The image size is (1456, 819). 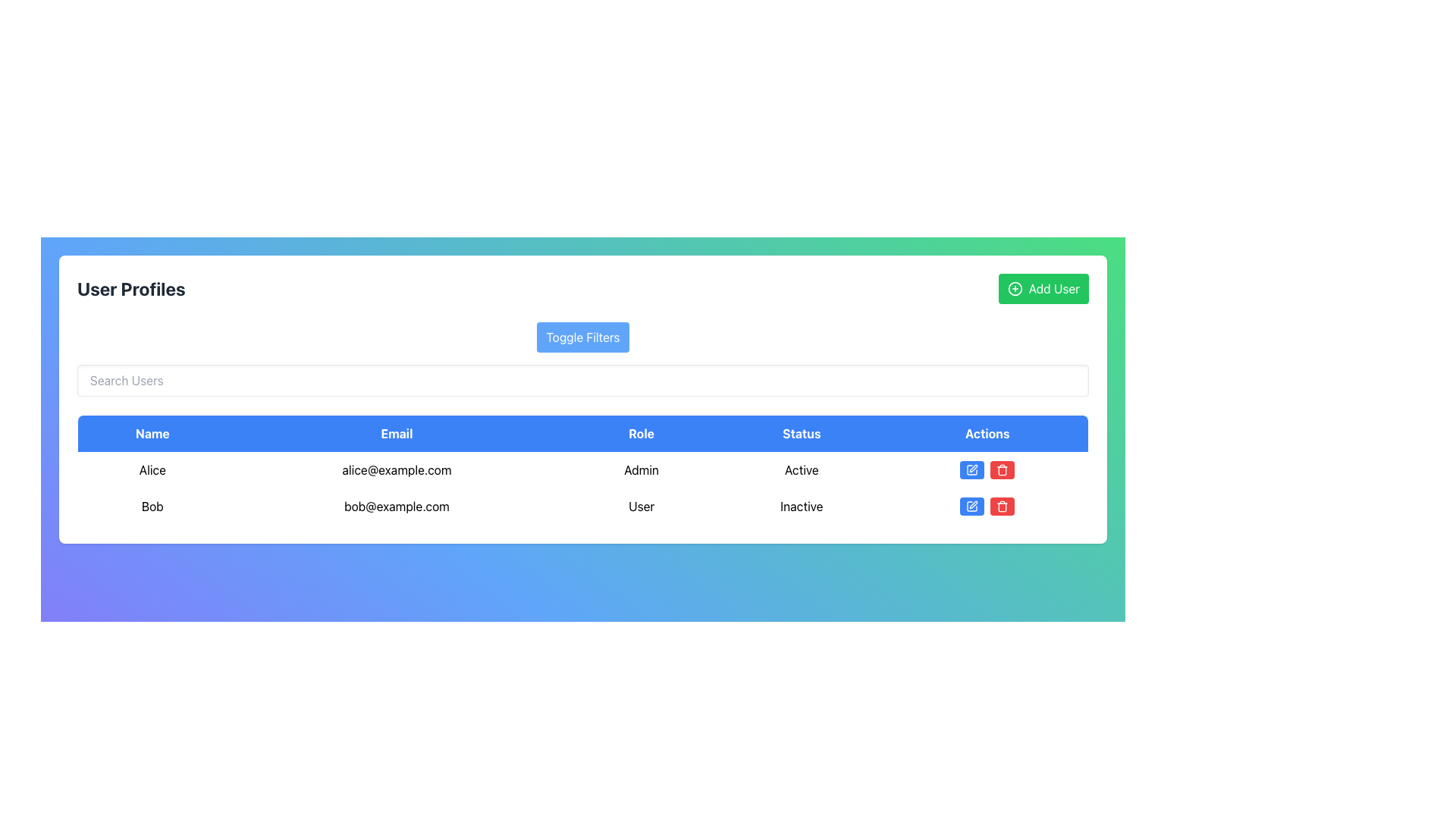 What do you see at coordinates (801, 469) in the screenshot?
I see `the 'Active' text label under the 'Status' column in the user profiles table for the user named 'Alice'` at bounding box center [801, 469].